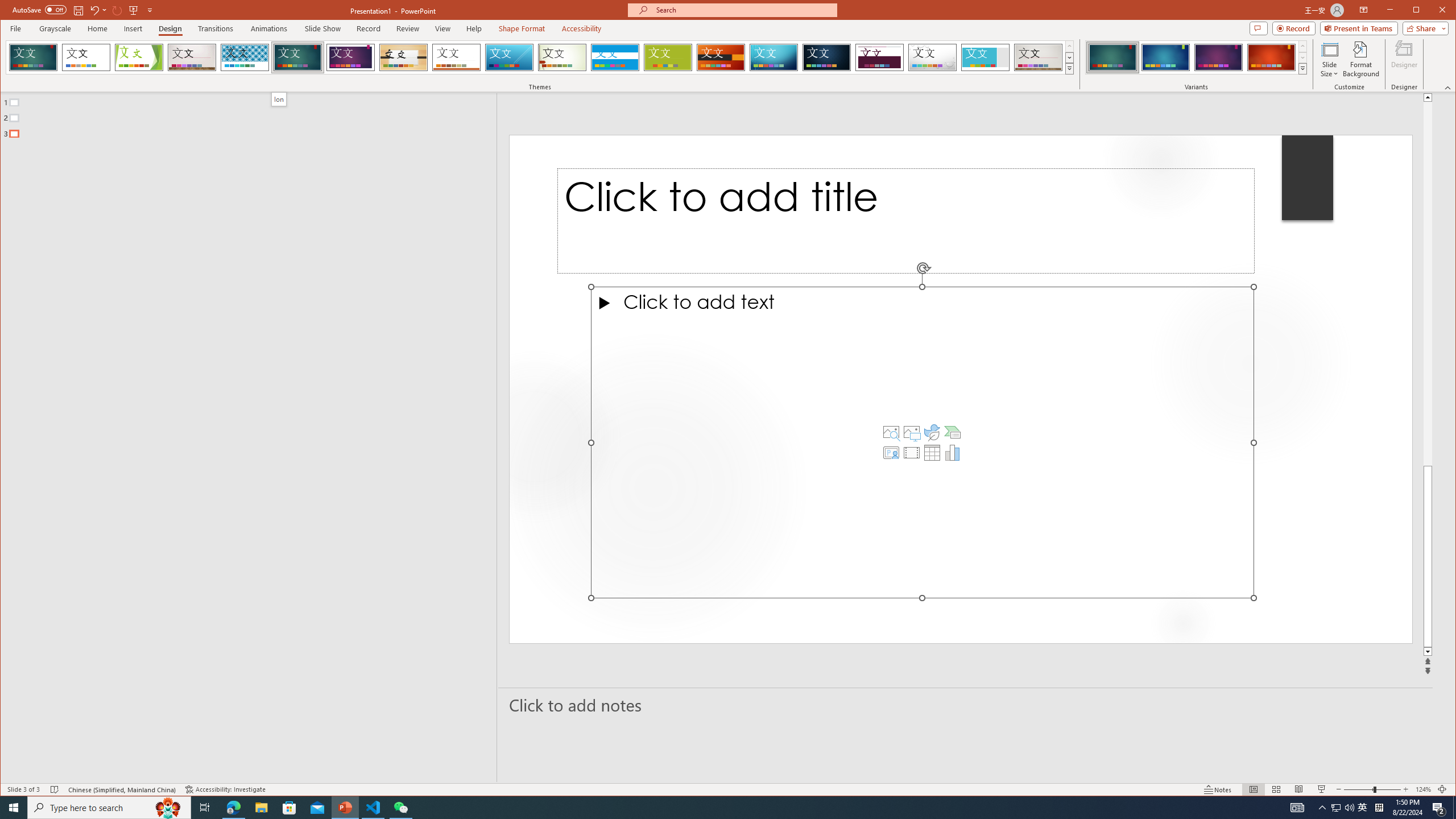  I want to click on 'Banded', so click(614, 57).